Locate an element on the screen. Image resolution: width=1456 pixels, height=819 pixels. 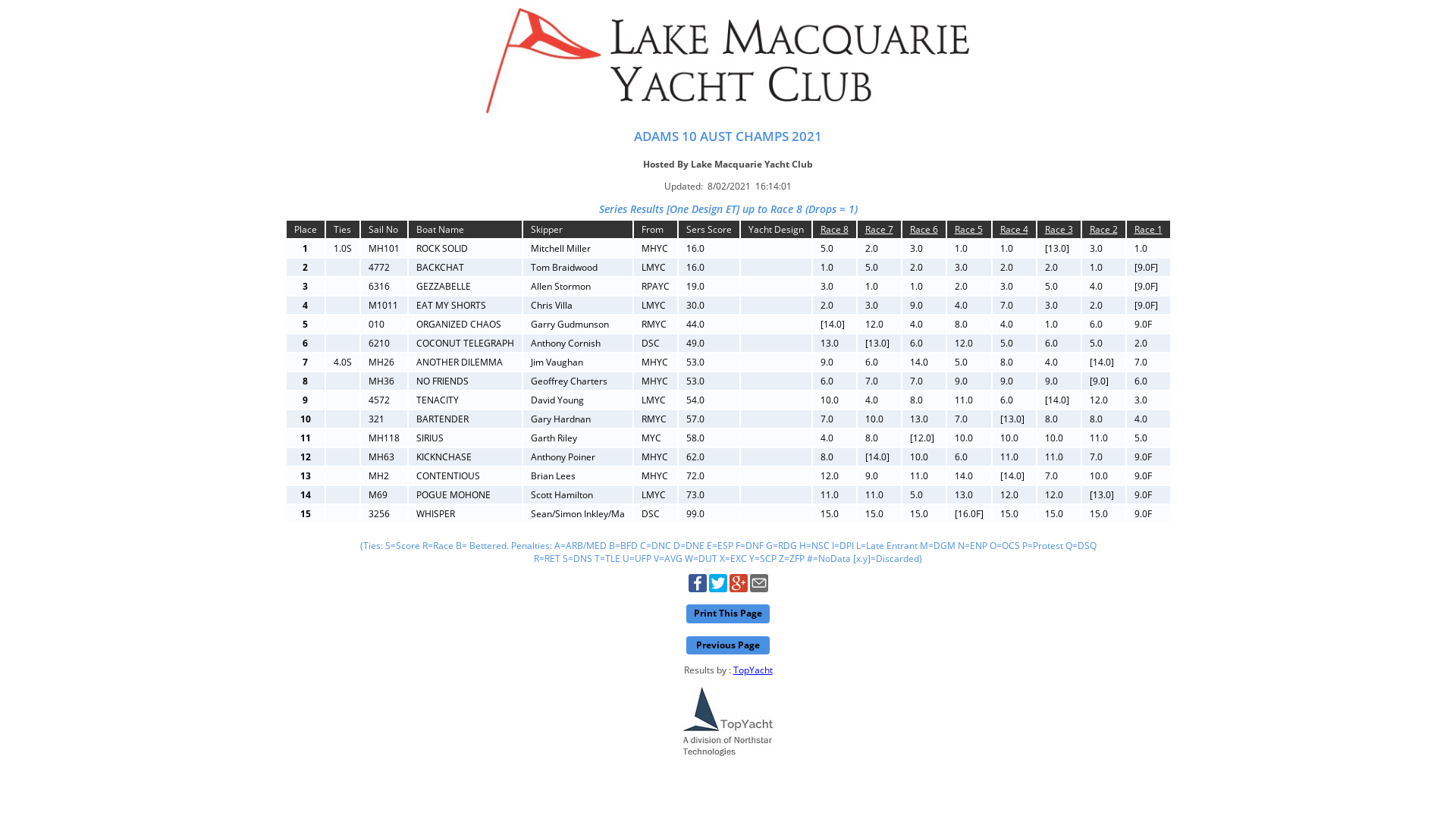
'Race 6' is located at coordinates (923, 229).